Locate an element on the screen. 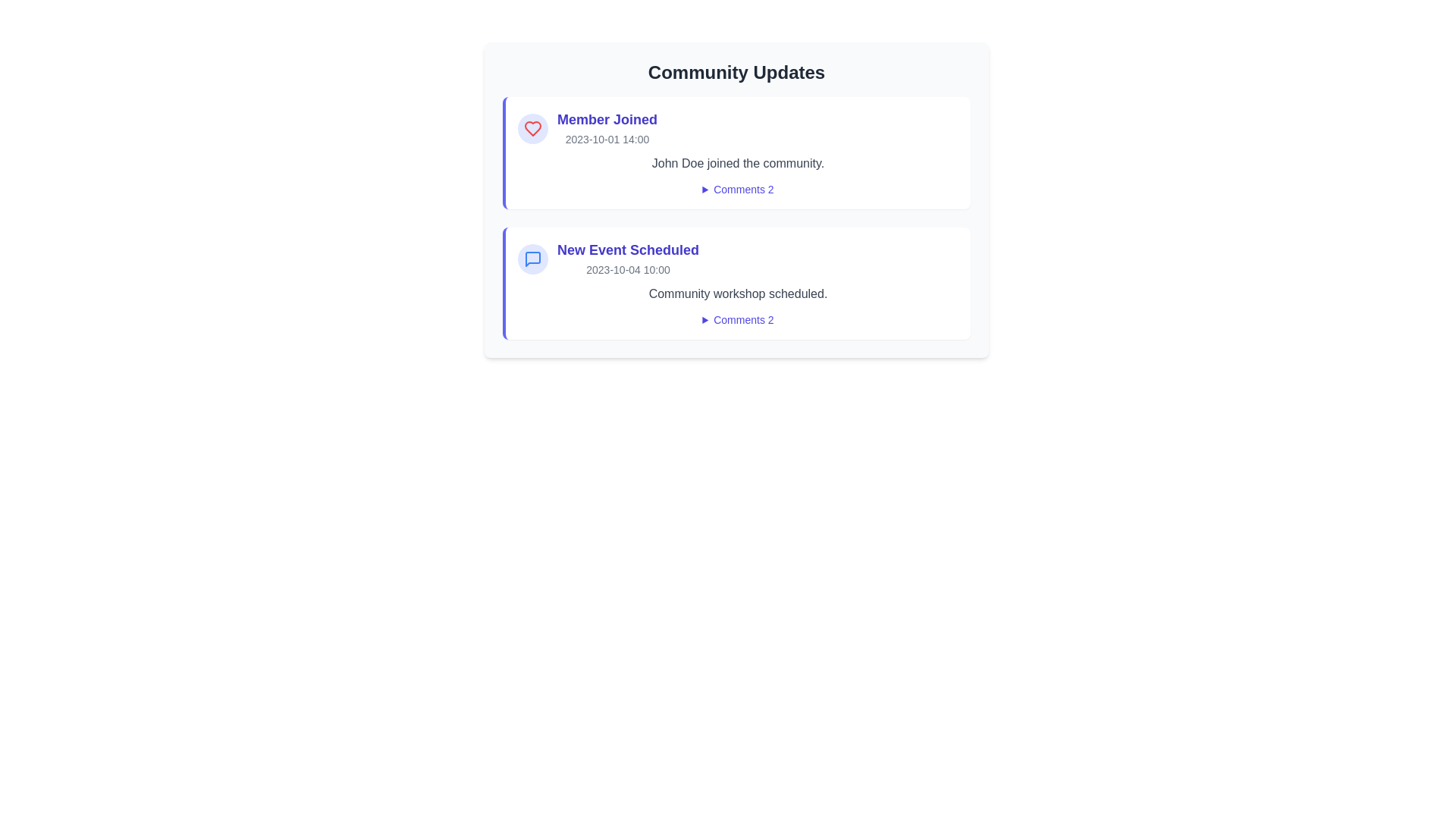  the static text label that displays the notification message informing users that John Doe has joined the community, located in the first card under the 'Community Updates' section, beneath the 'Member Joined' title and timestamp is located at coordinates (738, 164).